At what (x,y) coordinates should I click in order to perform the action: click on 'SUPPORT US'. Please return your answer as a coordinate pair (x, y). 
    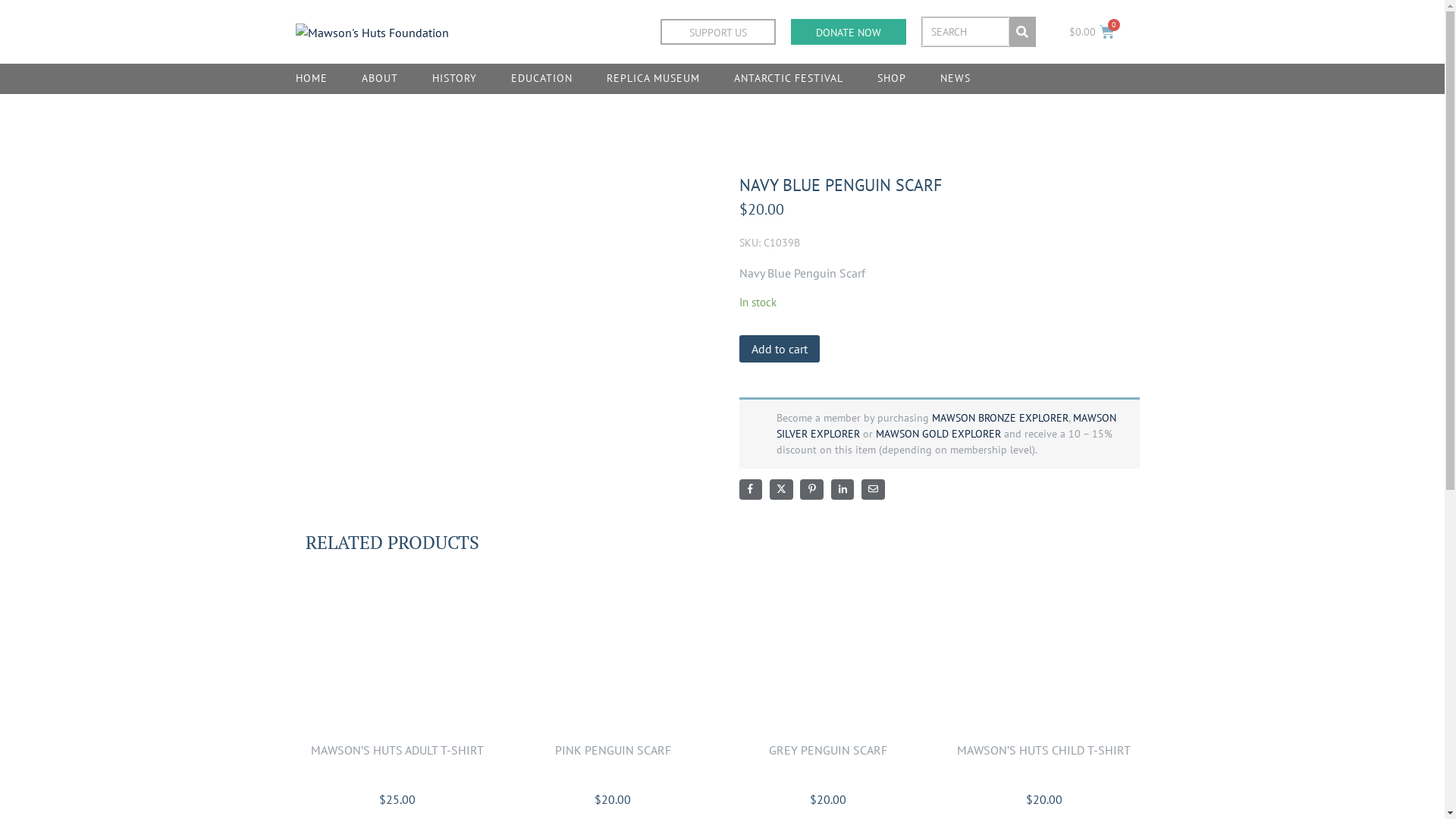
    Looking at the image, I should click on (660, 32).